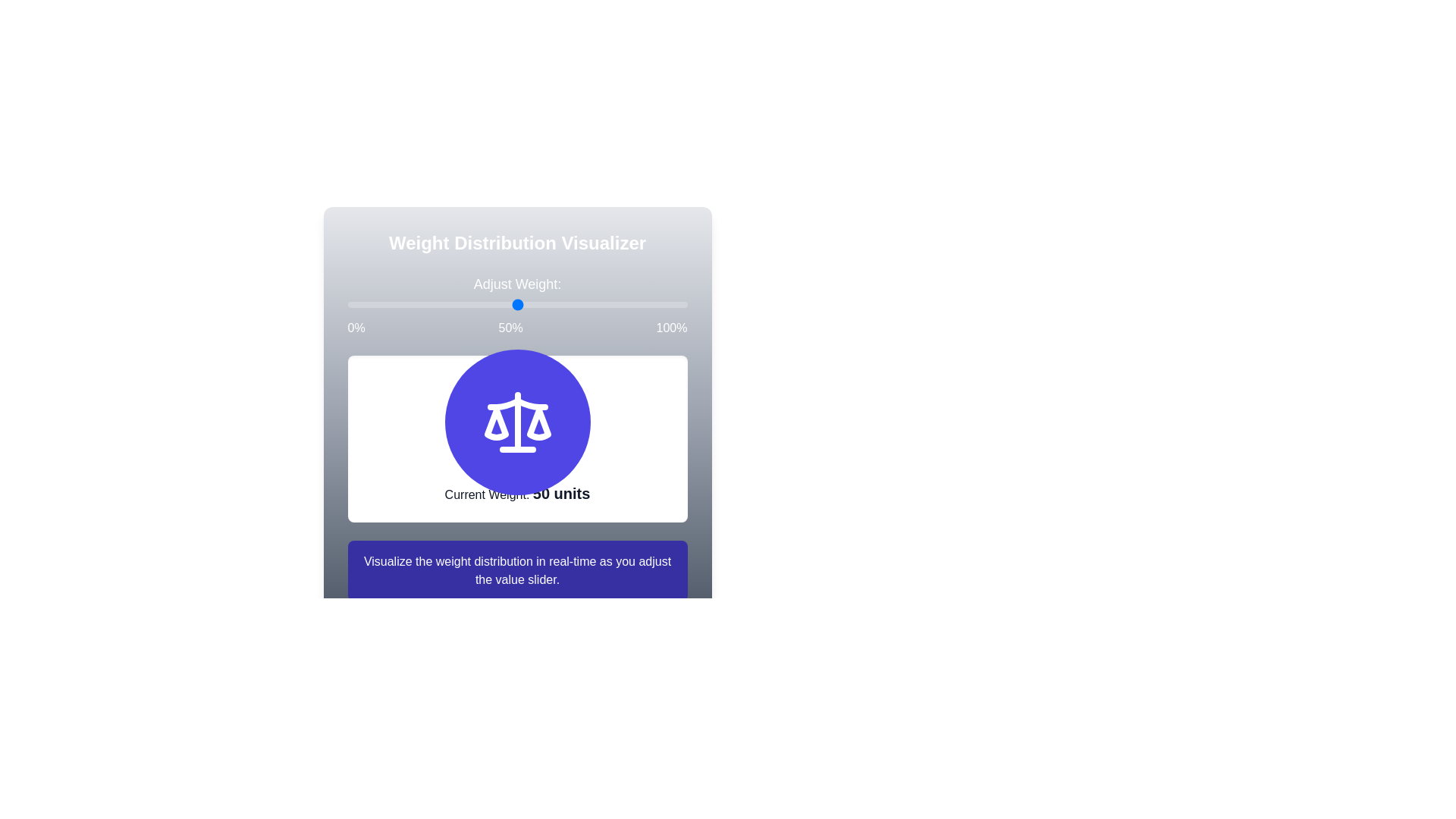 The height and width of the screenshot is (819, 1456). I want to click on the weight slider to set the weight to 71%, so click(347, 304).